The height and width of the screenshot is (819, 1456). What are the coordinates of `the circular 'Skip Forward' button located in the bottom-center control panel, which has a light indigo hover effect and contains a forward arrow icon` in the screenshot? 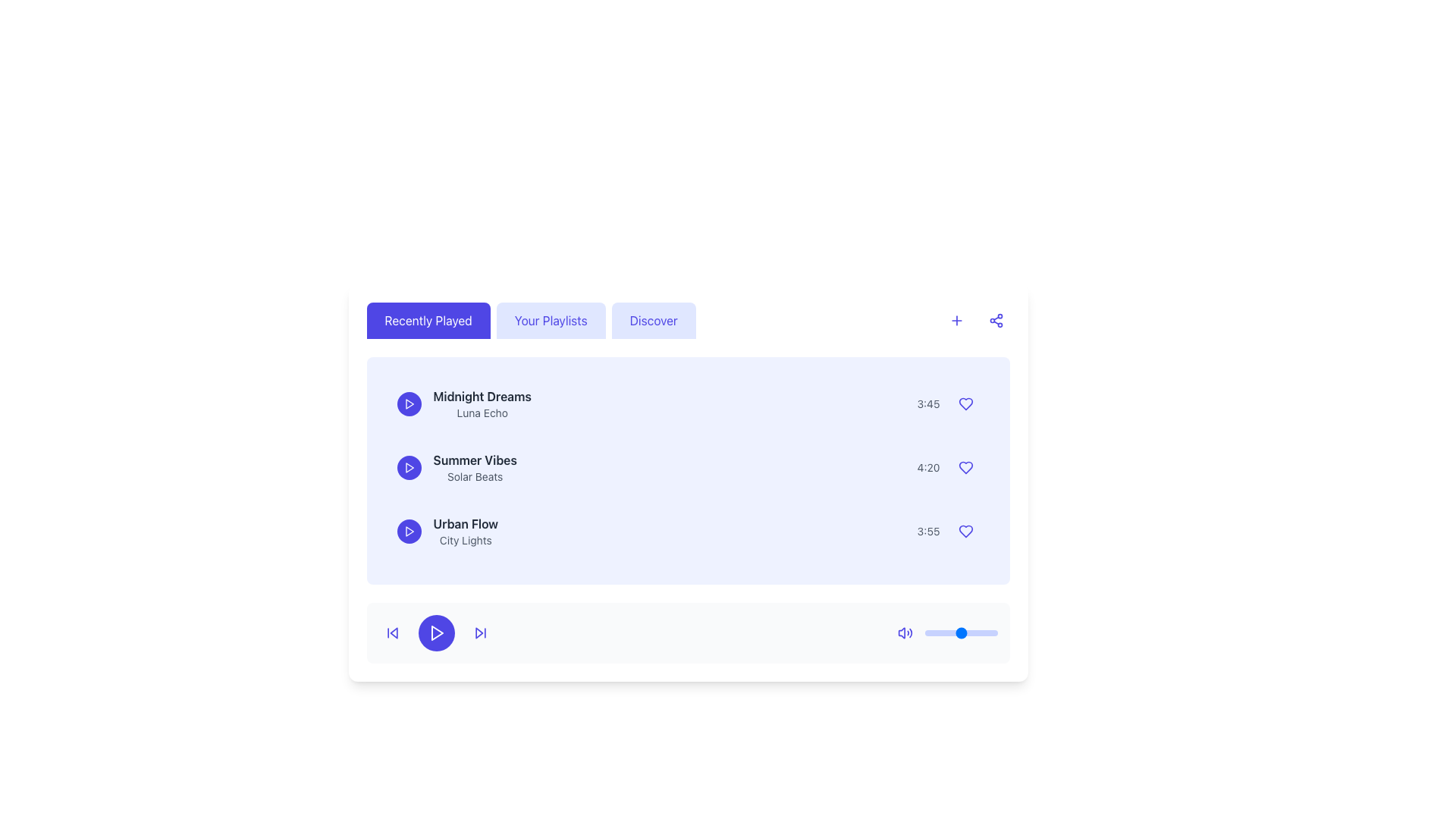 It's located at (479, 632).